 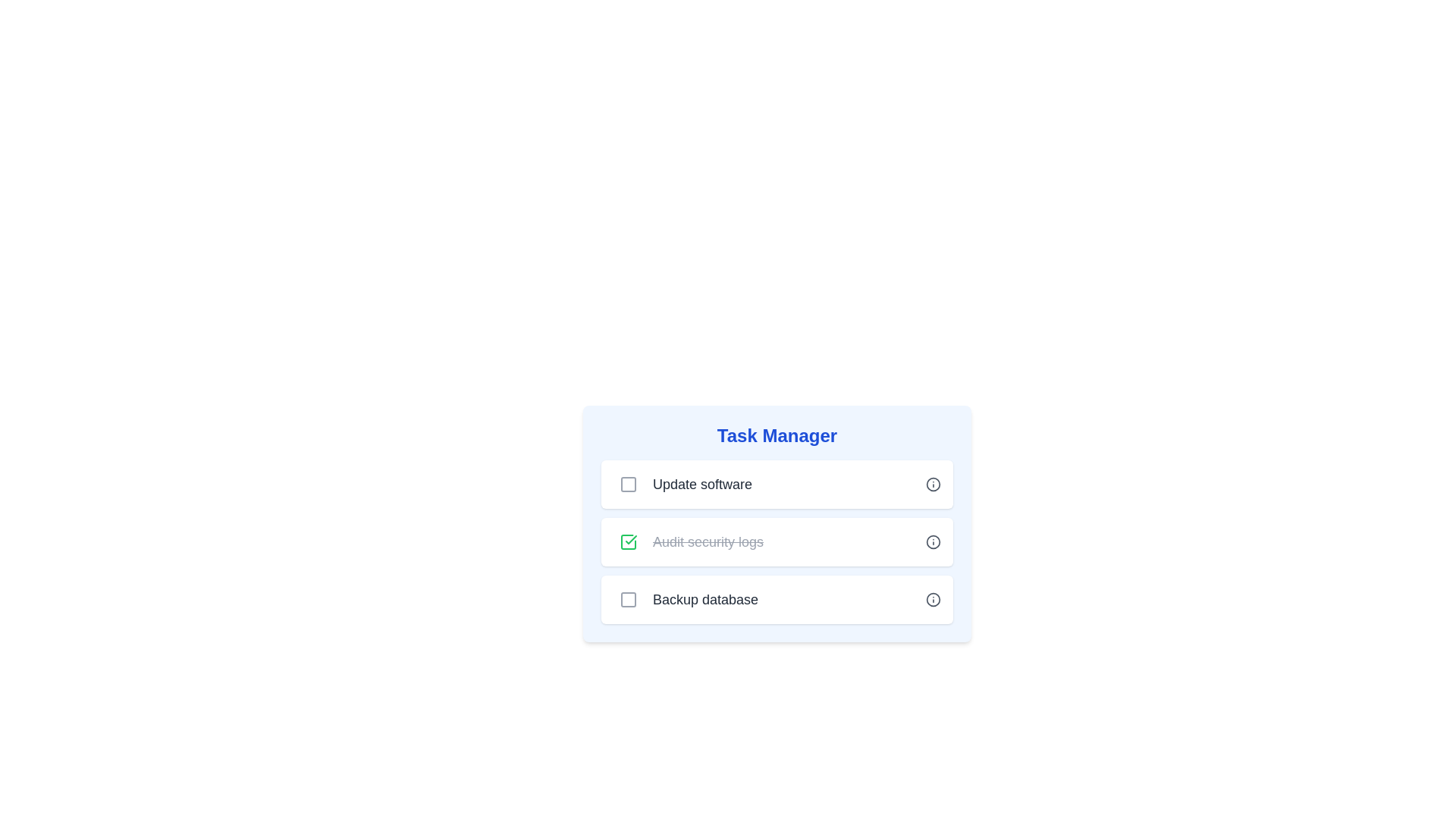 I want to click on the checkbox of the 'Backup database' task in the Task Manager list, so click(x=777, y=598).